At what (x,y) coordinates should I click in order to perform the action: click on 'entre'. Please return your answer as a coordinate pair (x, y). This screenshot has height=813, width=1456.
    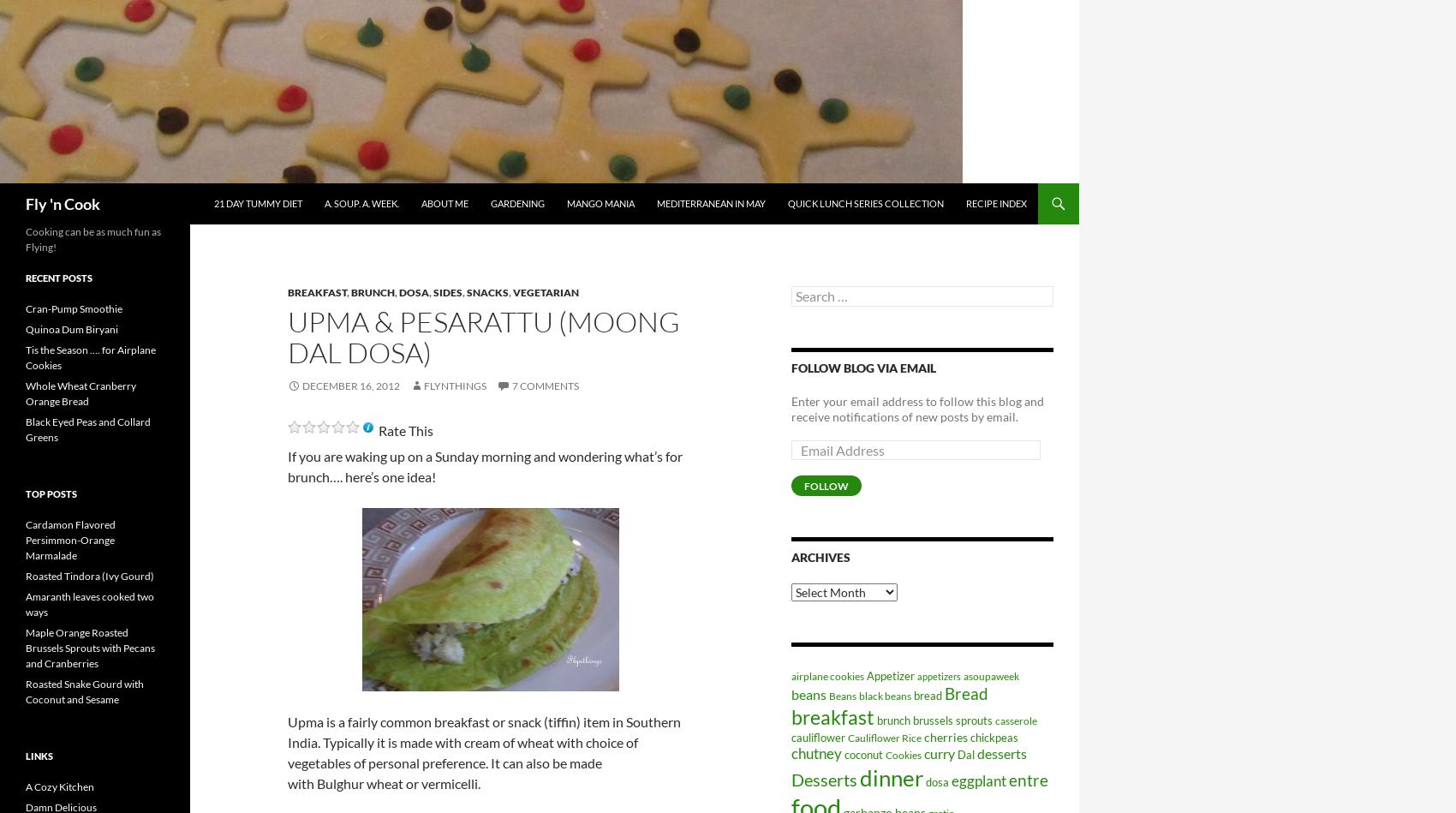
    Looking at the image, I should click on (1007, 778).